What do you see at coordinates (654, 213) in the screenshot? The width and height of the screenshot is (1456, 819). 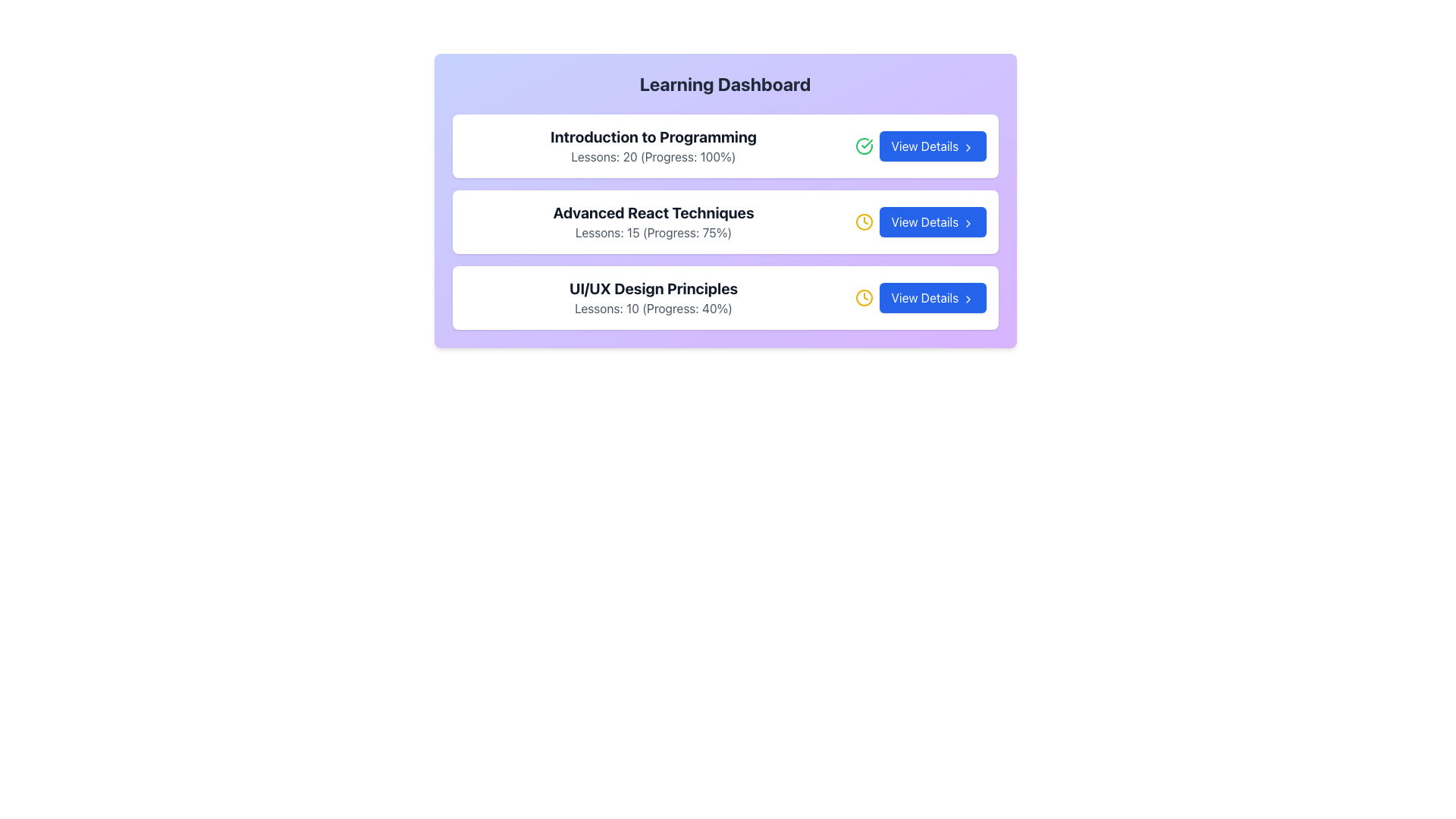 I see `the text label that identifies the course 'Advanced React Techniques', positioned centrally at the top of the second card in a vertically stacked list of courses` at bounding box center [654, 213].